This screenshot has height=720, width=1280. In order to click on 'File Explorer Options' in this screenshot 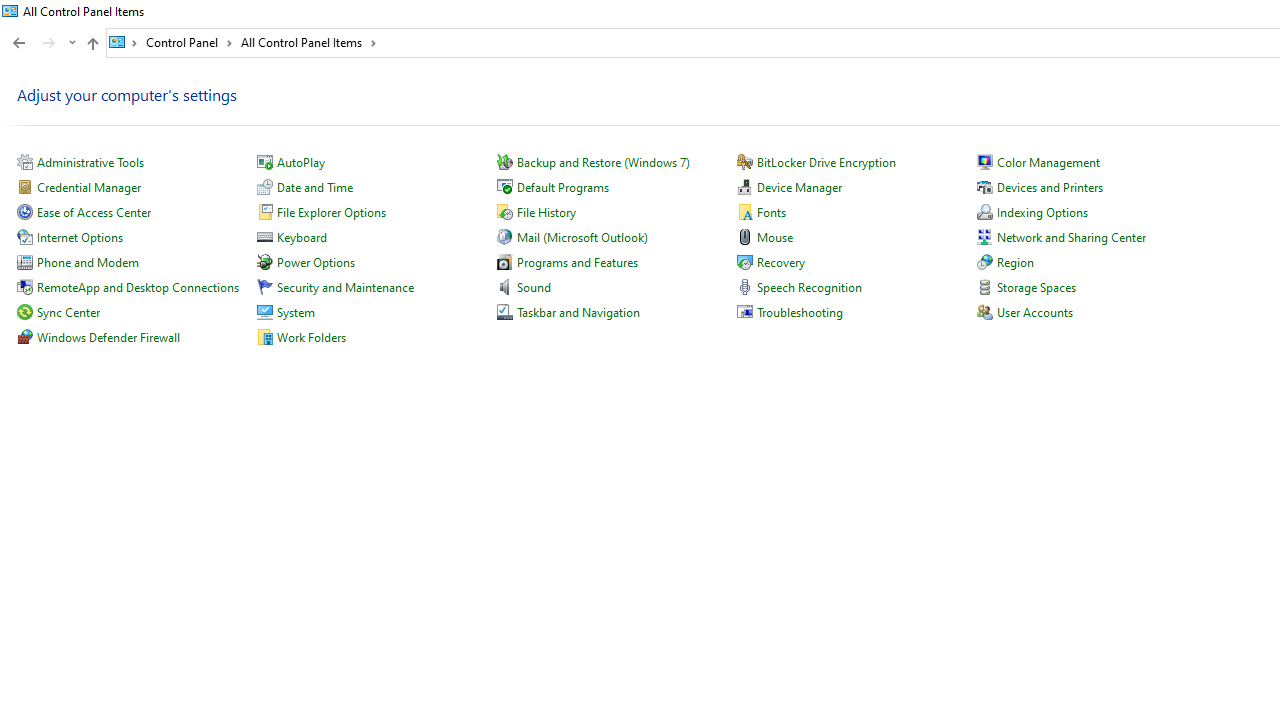, I will do `click(331, 212)`.